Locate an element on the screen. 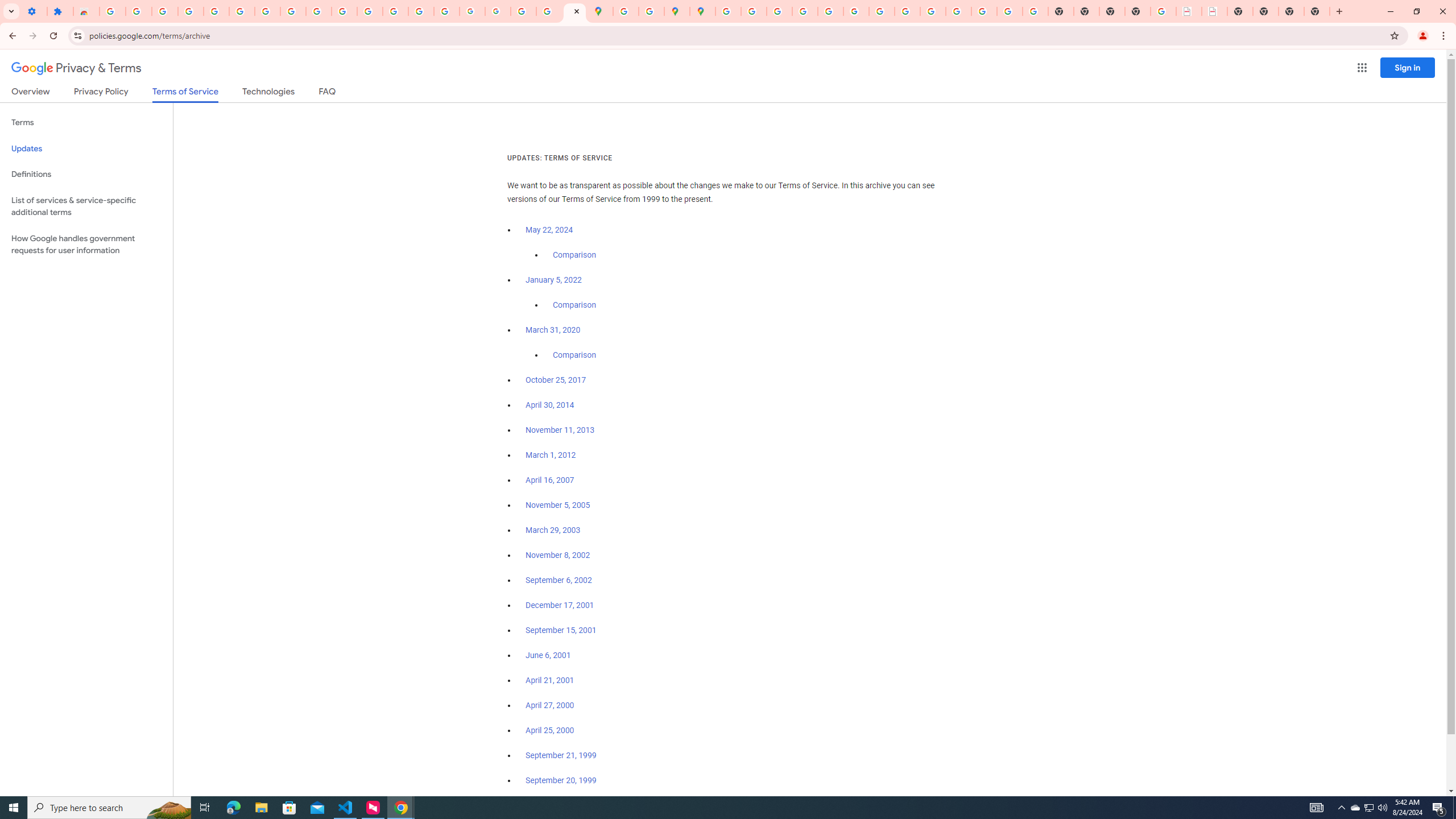 The height and width of the screenshot is (819, 1456). 'March 29, 2003' is located at coordinates (552, 530).